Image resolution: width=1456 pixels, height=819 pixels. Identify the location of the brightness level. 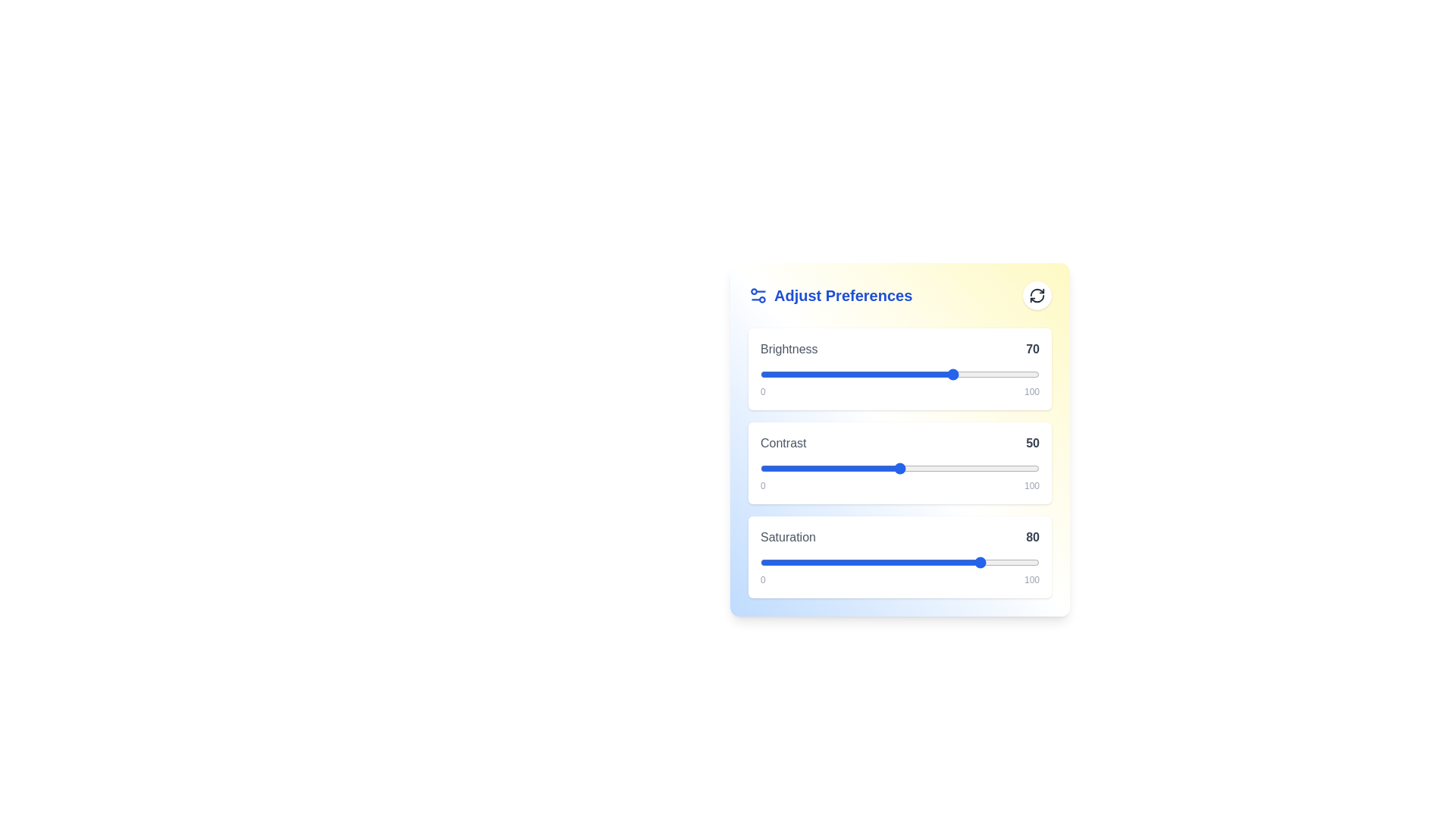
(812, 374).